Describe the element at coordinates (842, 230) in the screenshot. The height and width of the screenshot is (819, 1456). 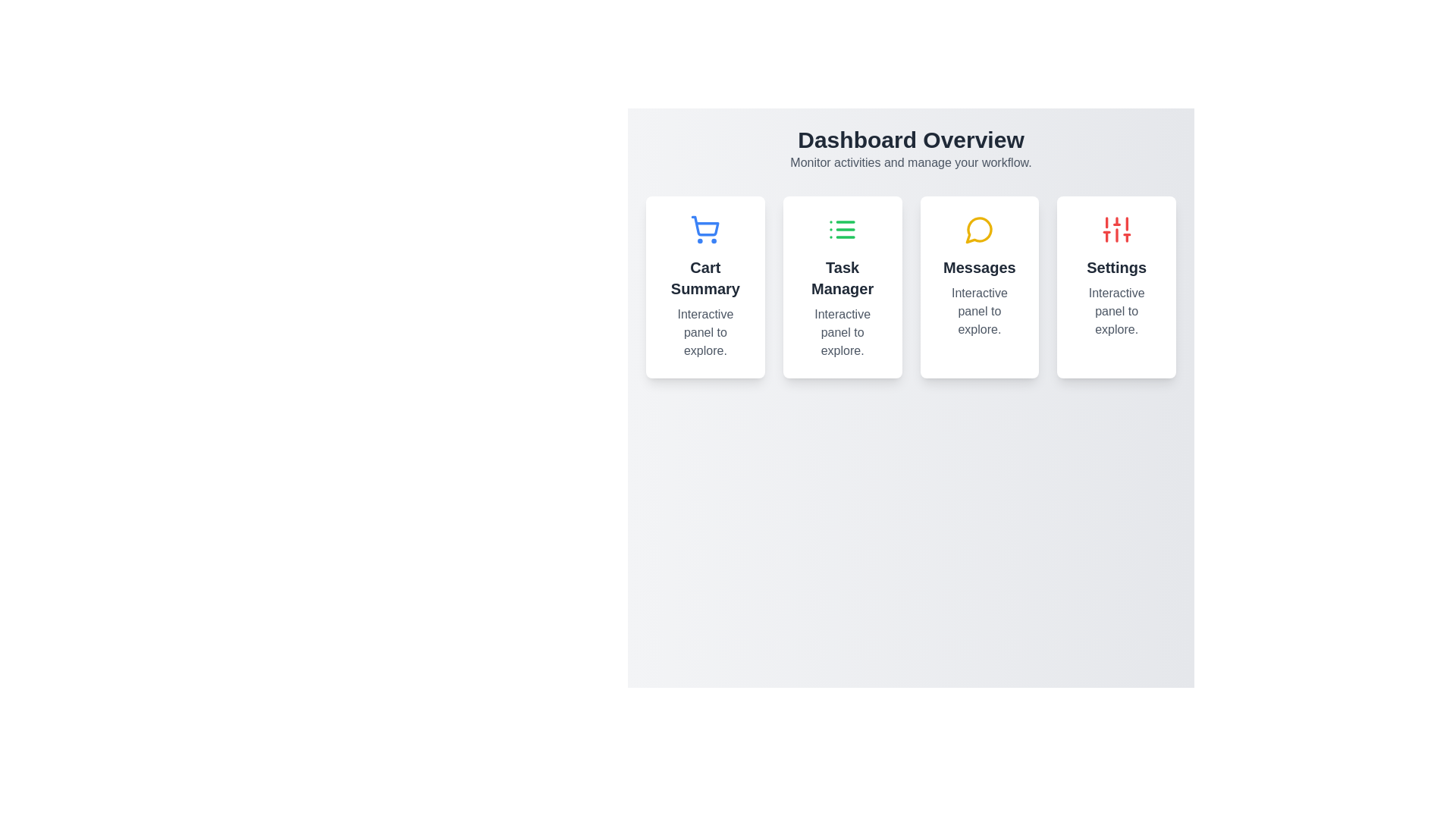
I see `the list icon representing tasks in the 'Task Manager' functionality, which is located on the second card in the second column from the left` at that location.